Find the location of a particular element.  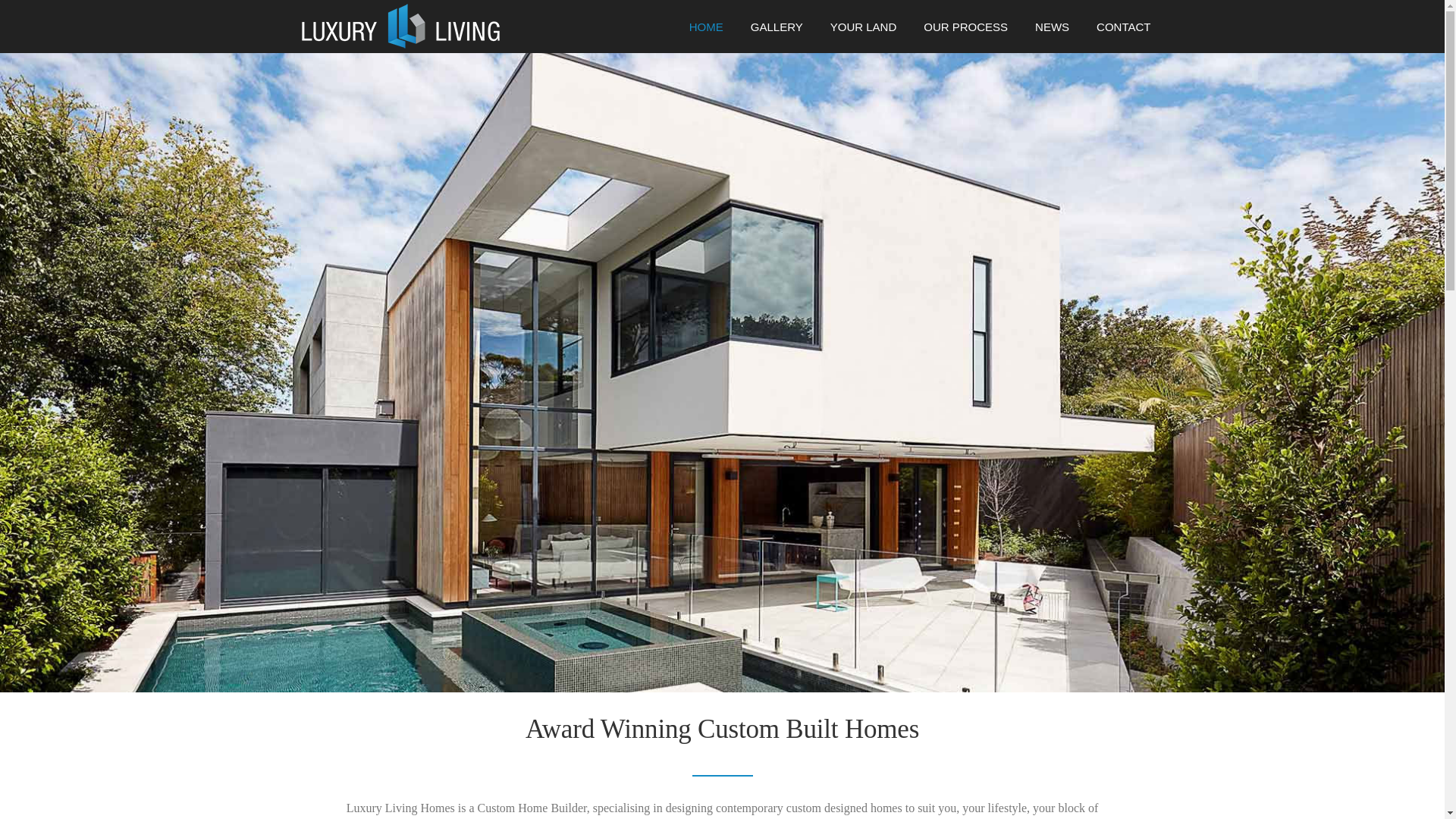

'NEWS' is located at coordinates (1051, 33).